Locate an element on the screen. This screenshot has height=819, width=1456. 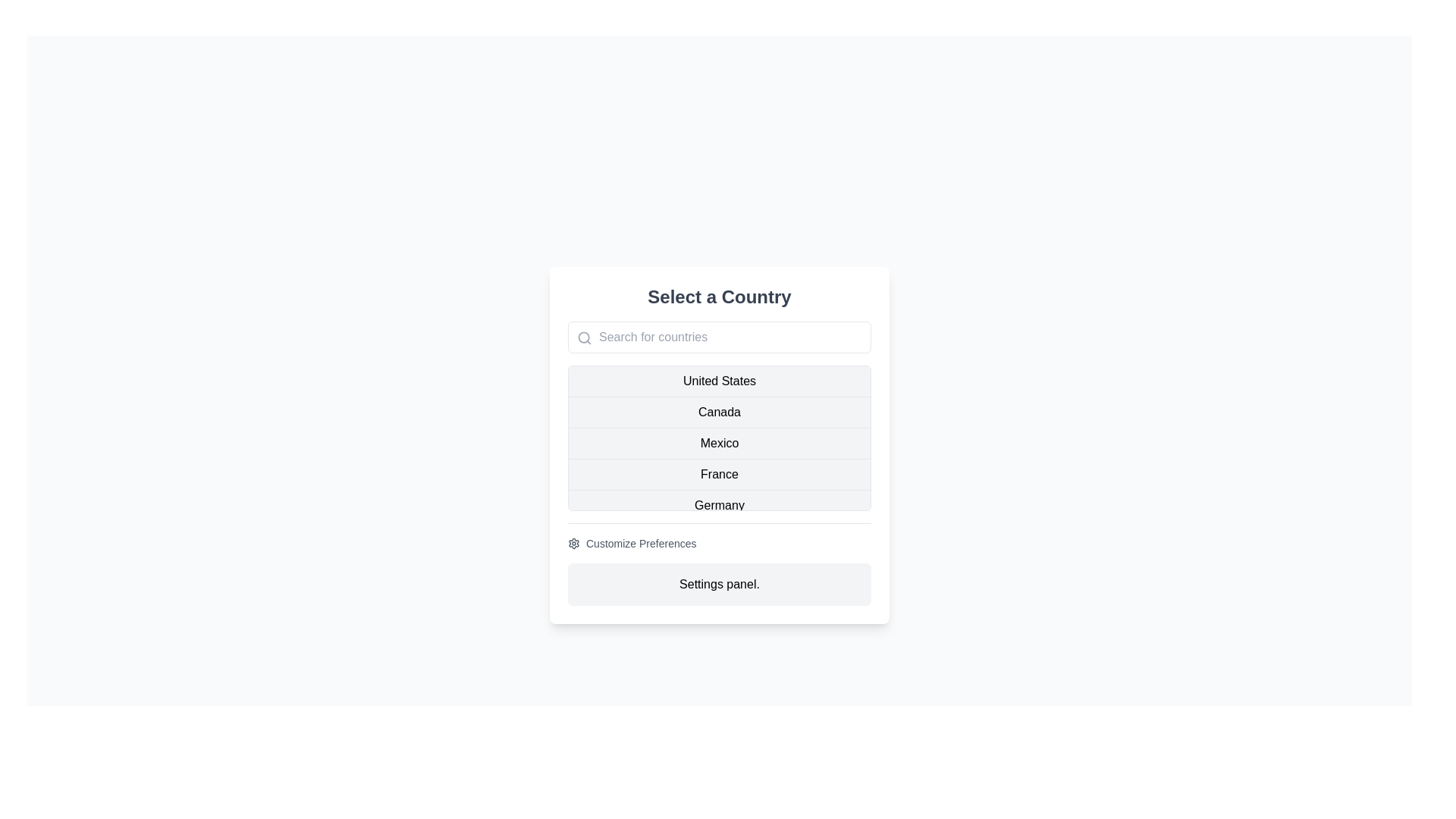
circular shape of the magnifying glass icon located at the top-left corner of the search input box in the 'Select a Country' panel for development purposes is located at coordinates (583, 336).